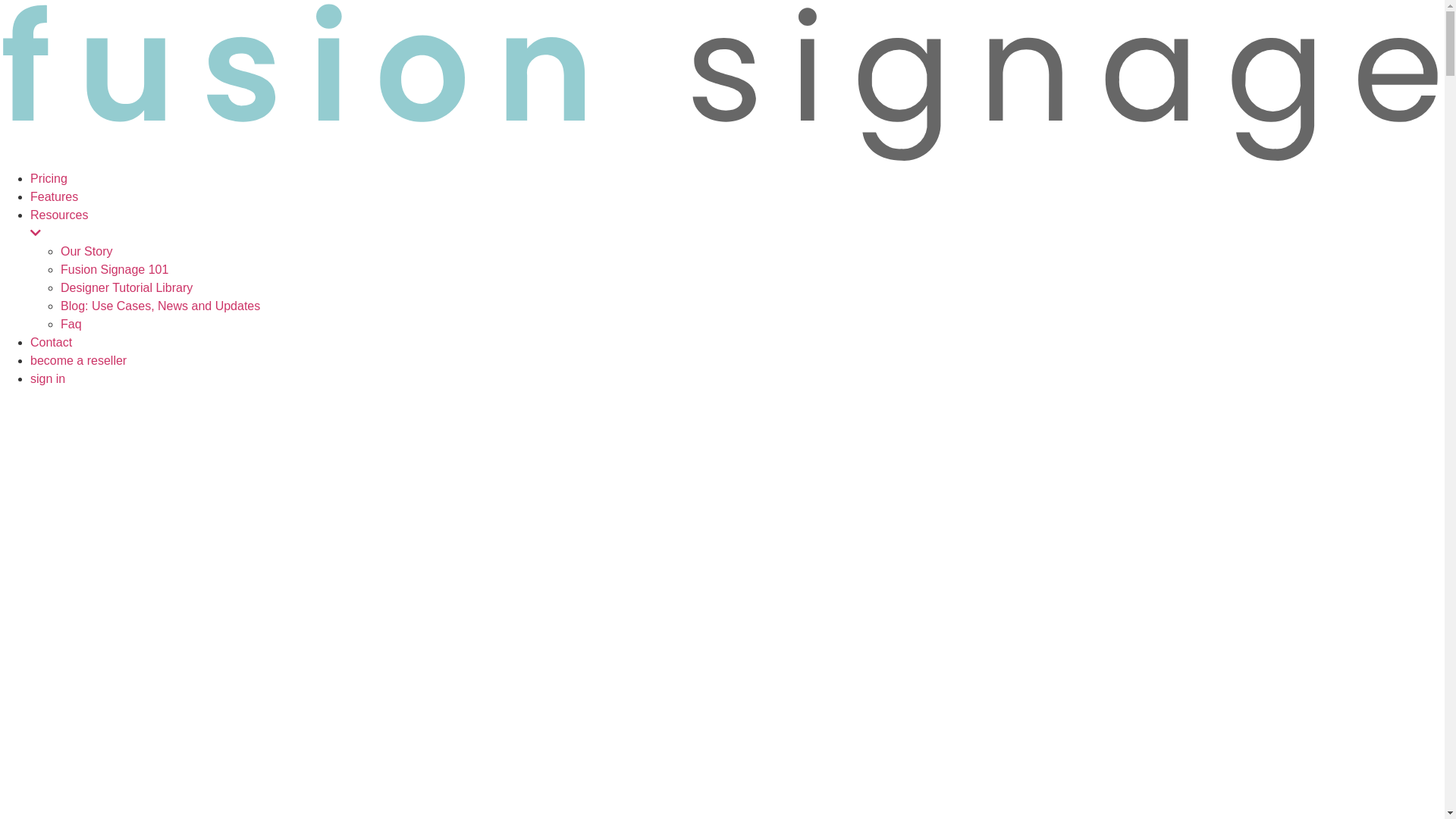 This screenshot has height=819, width=1456. Describe the element at coordinates (30, 342) in the screenshot. I see `'Contact'` at that location.